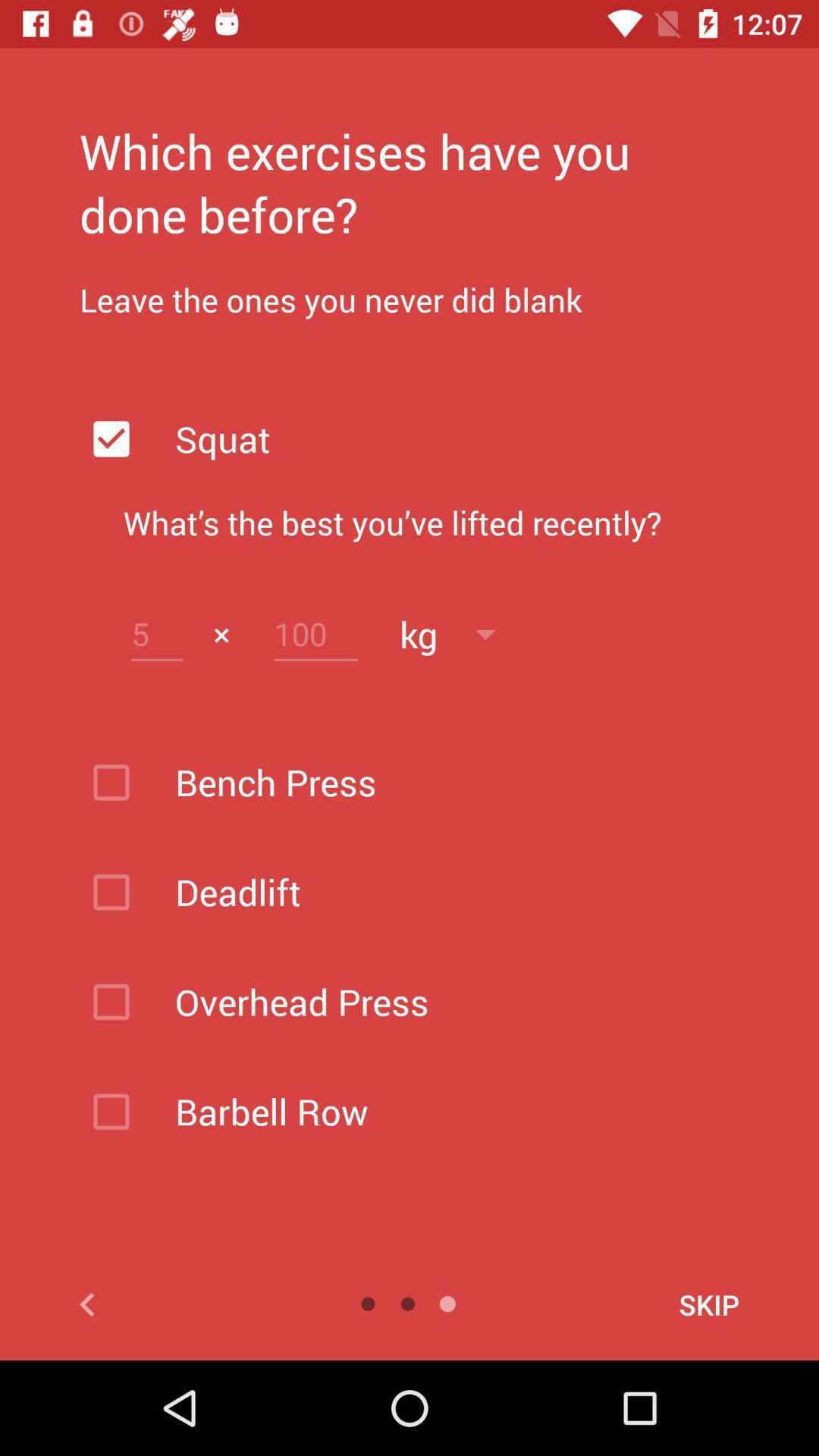  I want to click on the text below bench press, so click(448, 892).